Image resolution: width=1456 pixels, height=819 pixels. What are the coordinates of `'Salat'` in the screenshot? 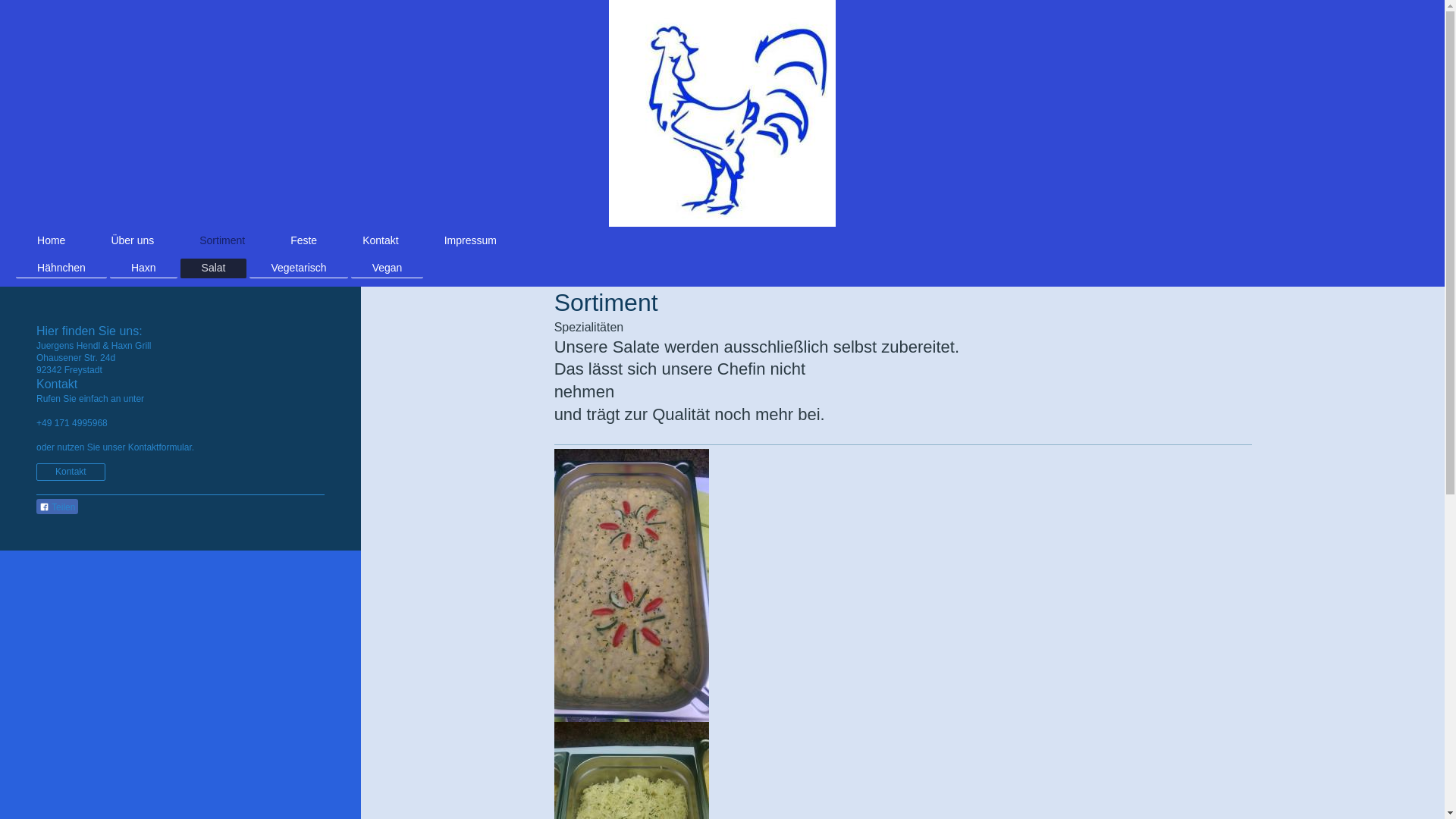 It's located at (213, 267).